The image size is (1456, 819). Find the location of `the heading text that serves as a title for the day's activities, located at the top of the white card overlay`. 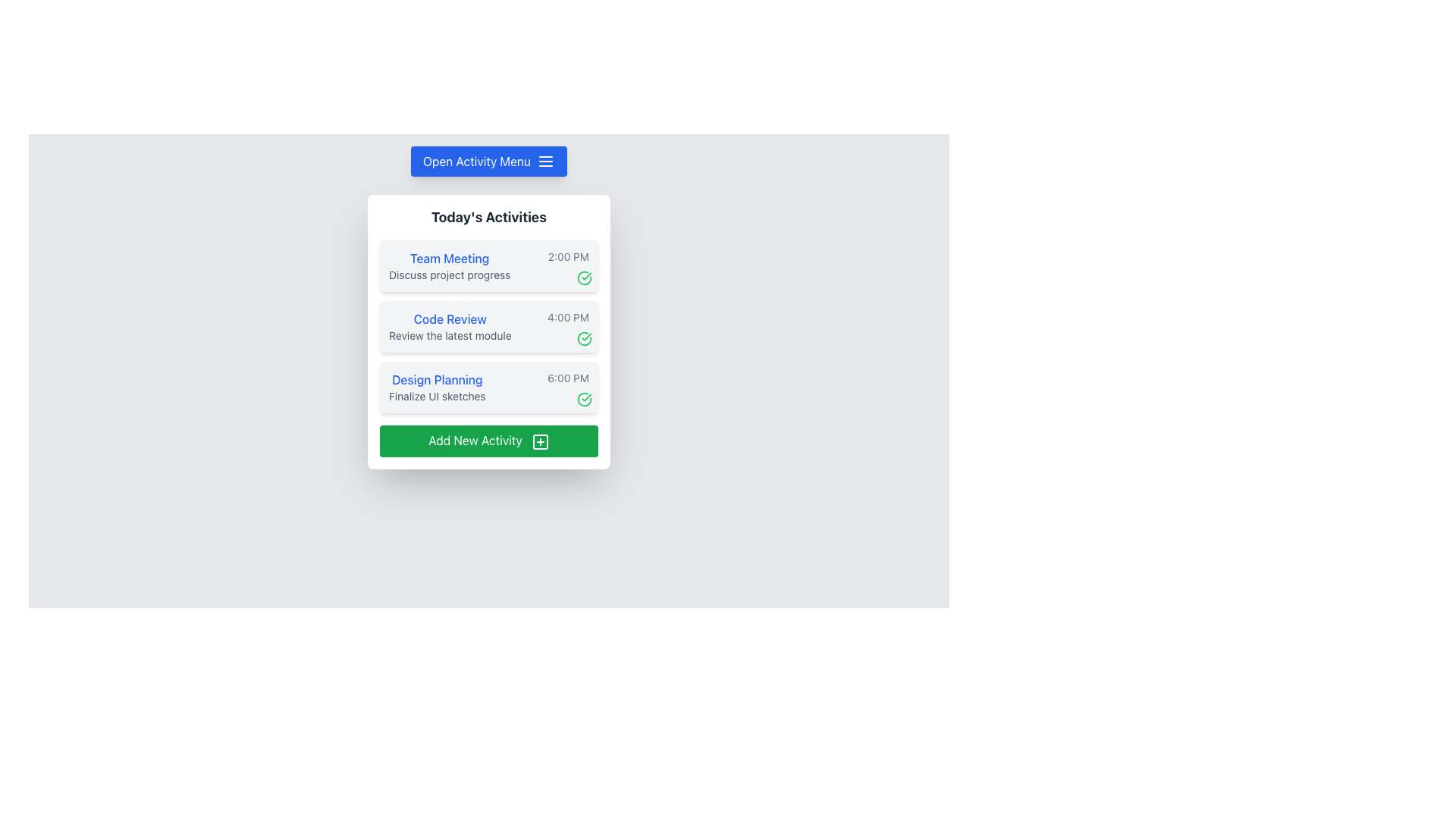

the heading text that serves as a title for the day's activities, located at the top of the white card overlay is located at coordinates (488, 217).